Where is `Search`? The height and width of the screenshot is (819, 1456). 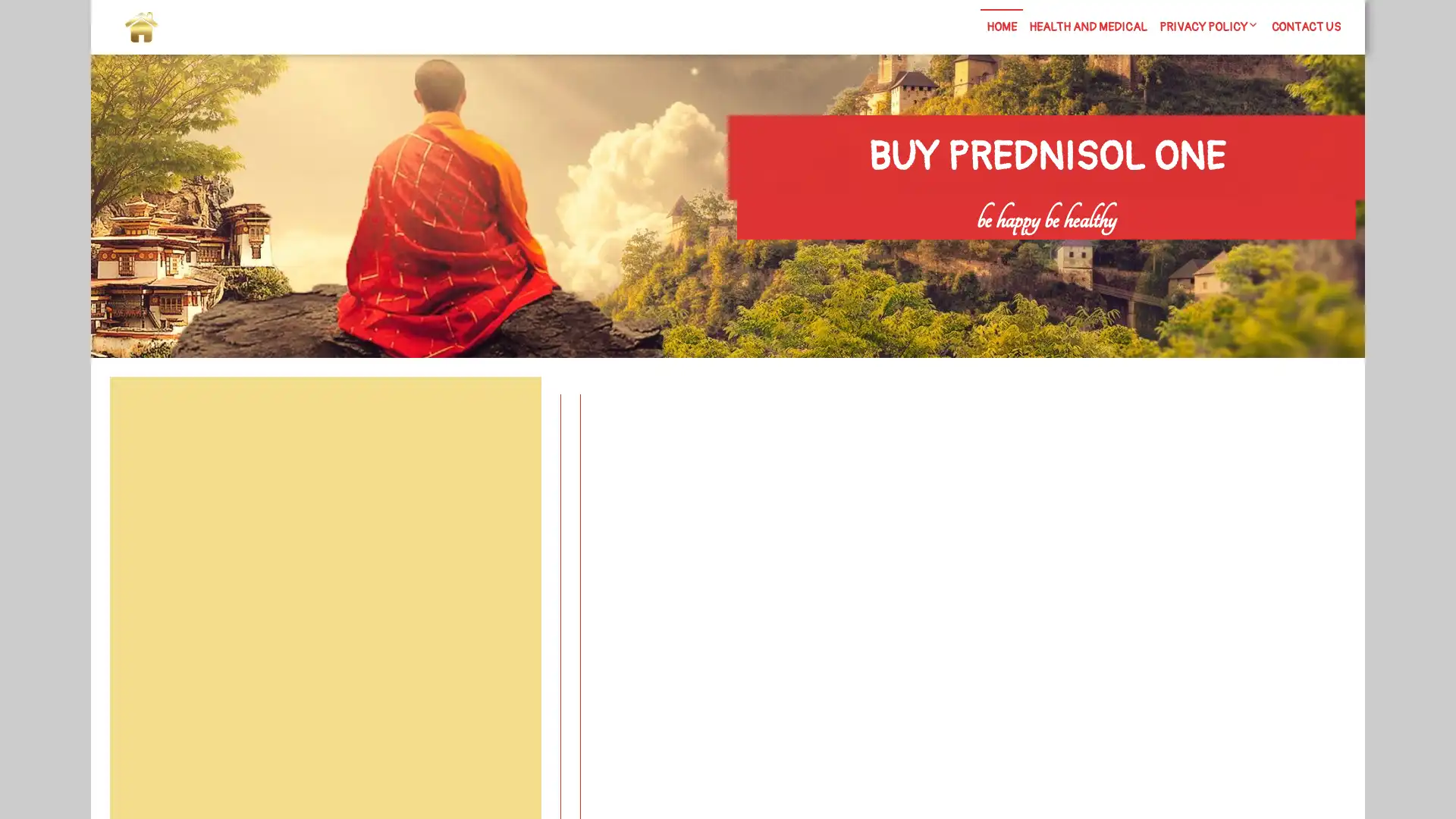 Search is located at coordinates (506, 413).